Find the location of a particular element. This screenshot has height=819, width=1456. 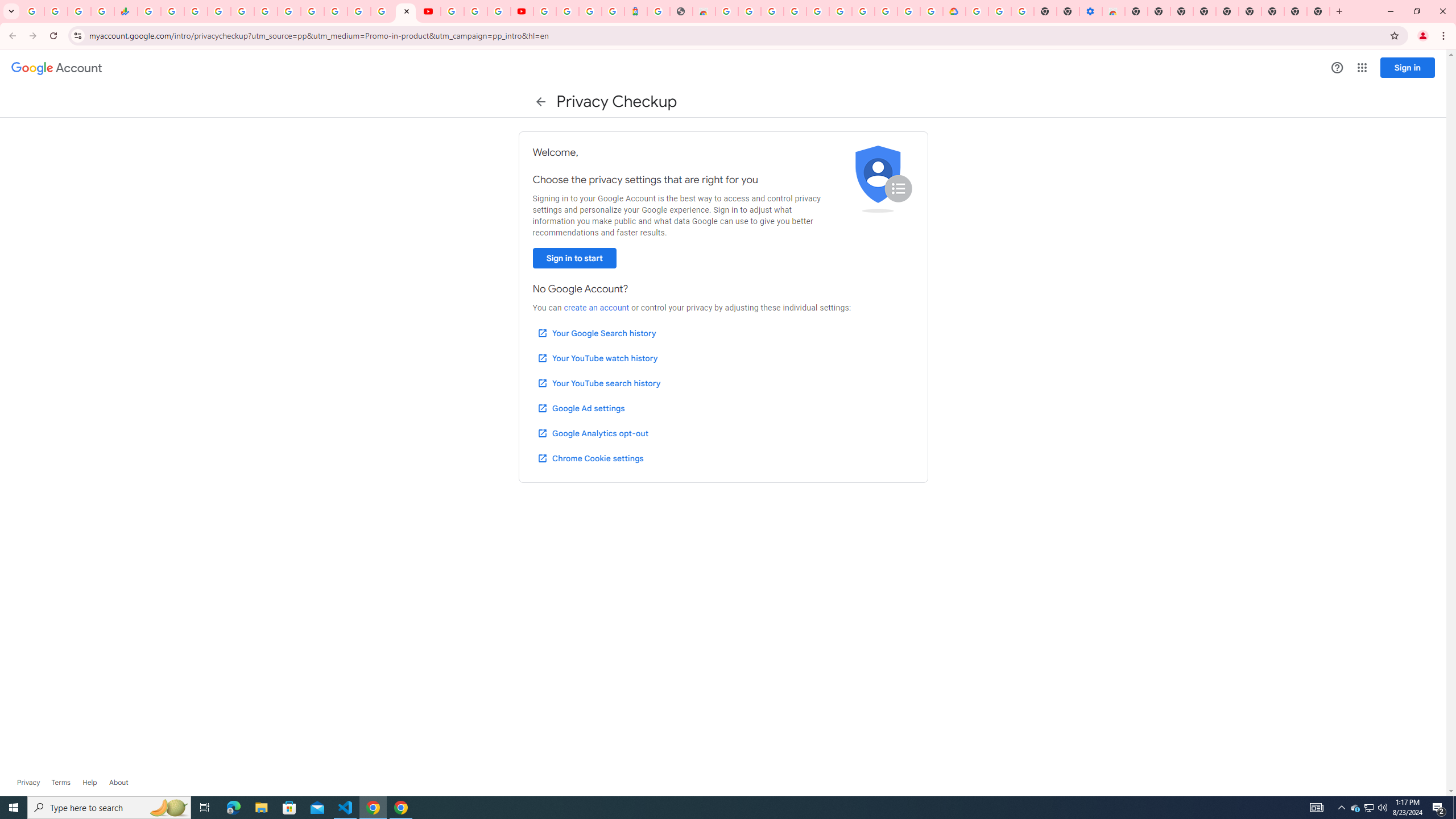

'Google Workspace Admin Community' is located at coordinates (32, 11).